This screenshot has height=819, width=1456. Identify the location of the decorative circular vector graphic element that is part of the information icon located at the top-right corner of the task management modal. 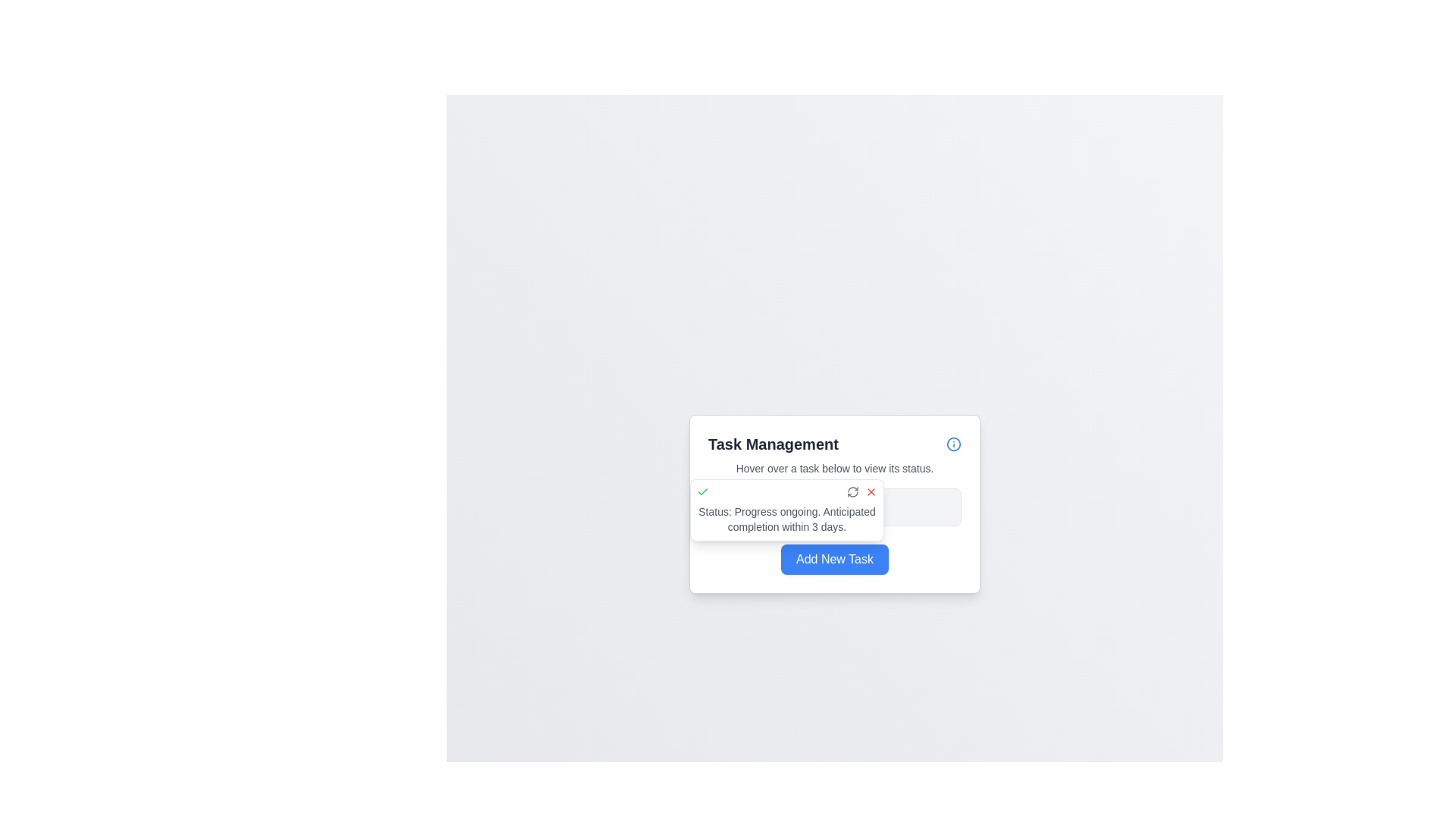
(952, 444).